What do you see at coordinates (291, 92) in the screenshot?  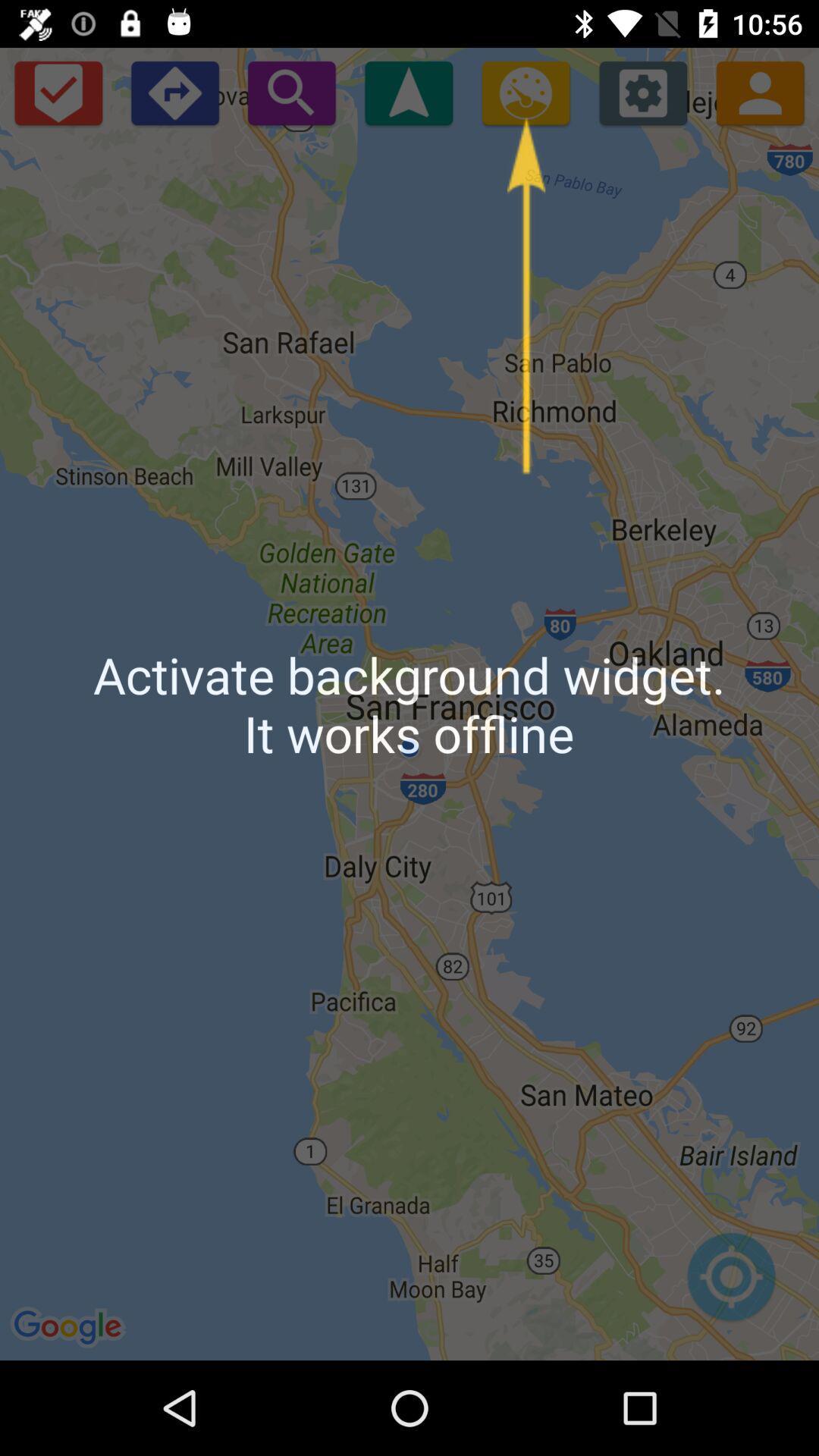 I see `starts a search` at bounding box center [291, 92].